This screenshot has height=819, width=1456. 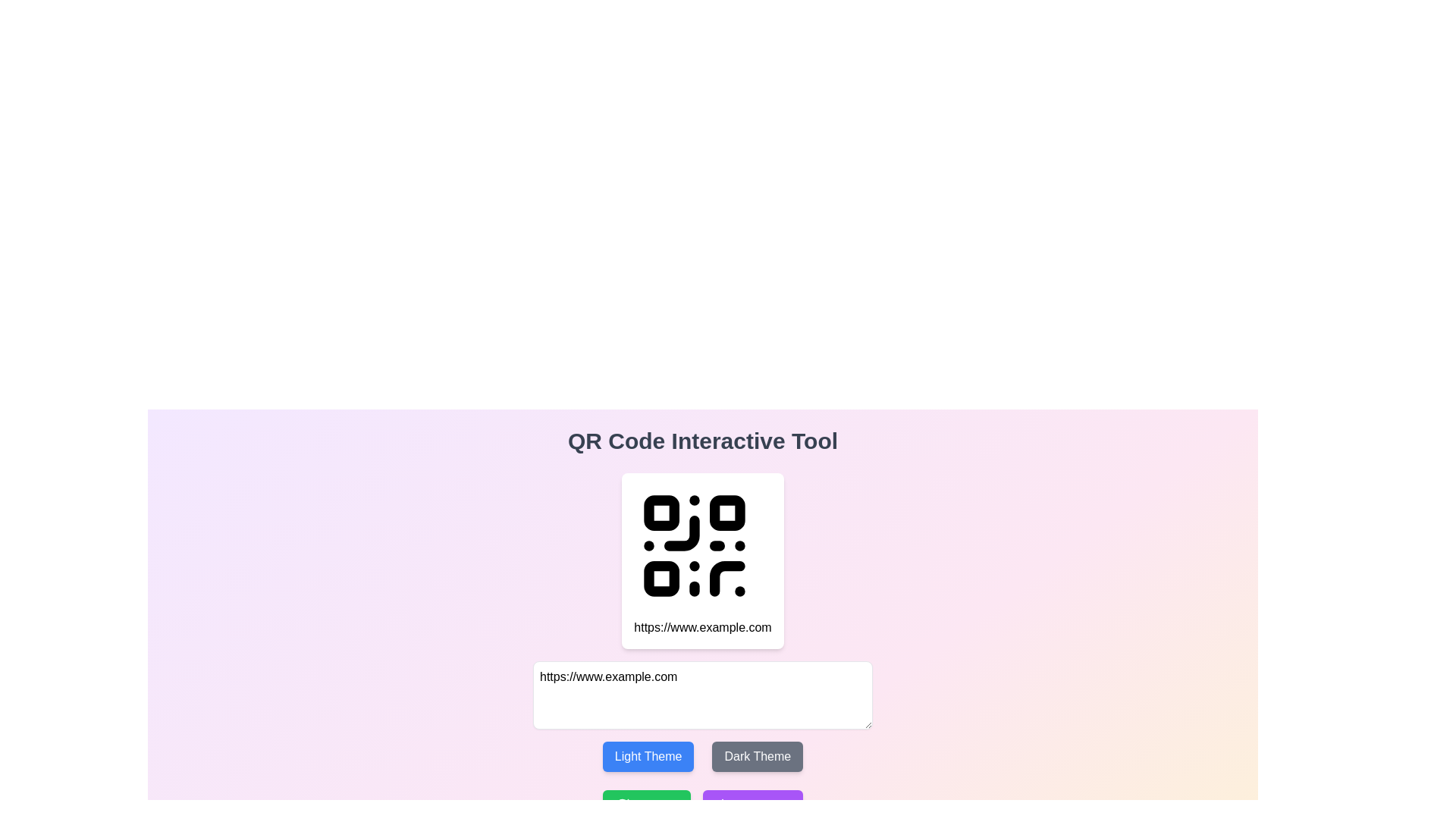 I want to click on the decorative graphical element located in the top-right of the QR code to utilize it for QR code scanning, so click(x=726, y=512).